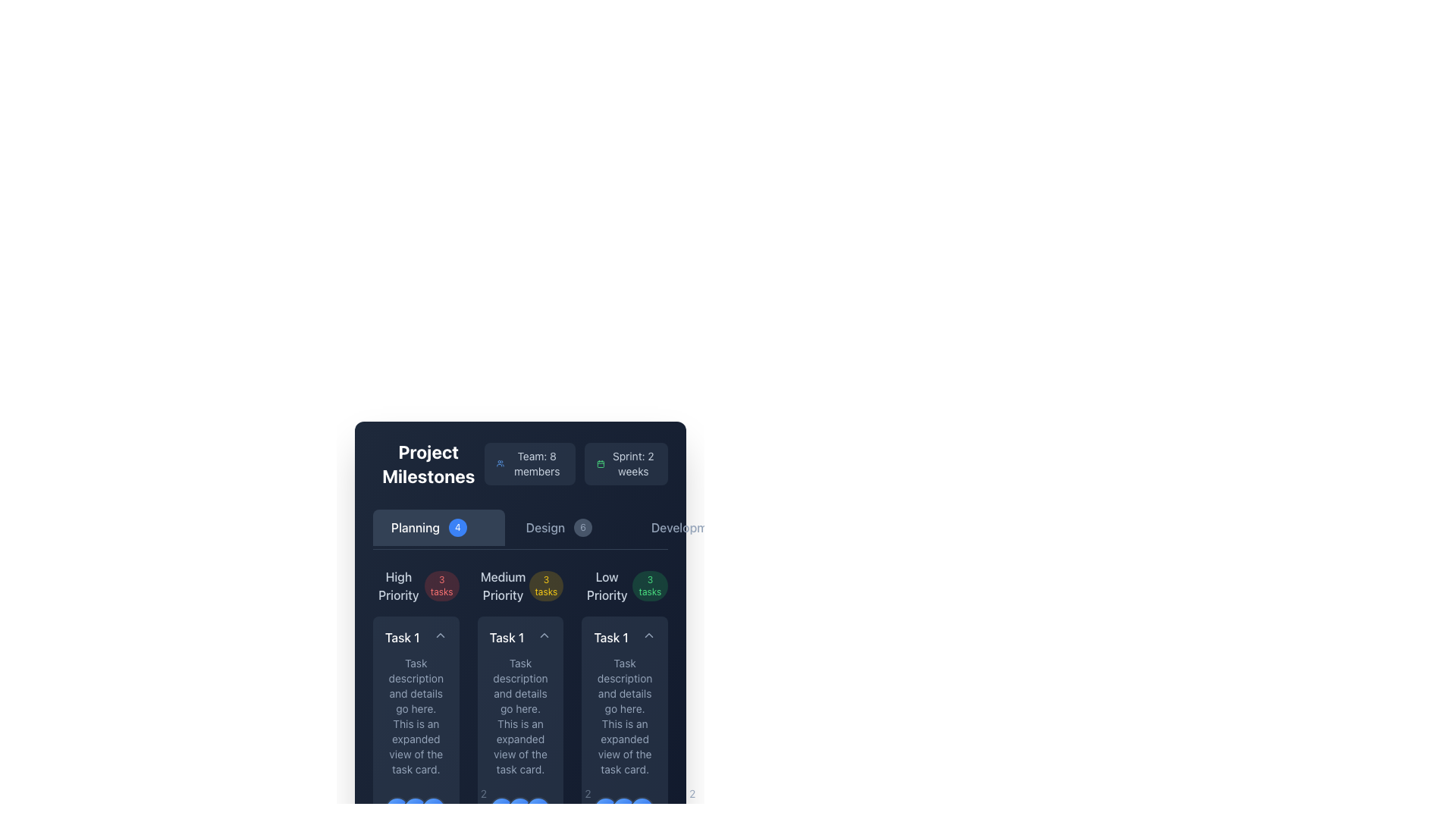  I want to click on the second tab in the horizontal tab group, labeled 'Design', so click(568, 526).